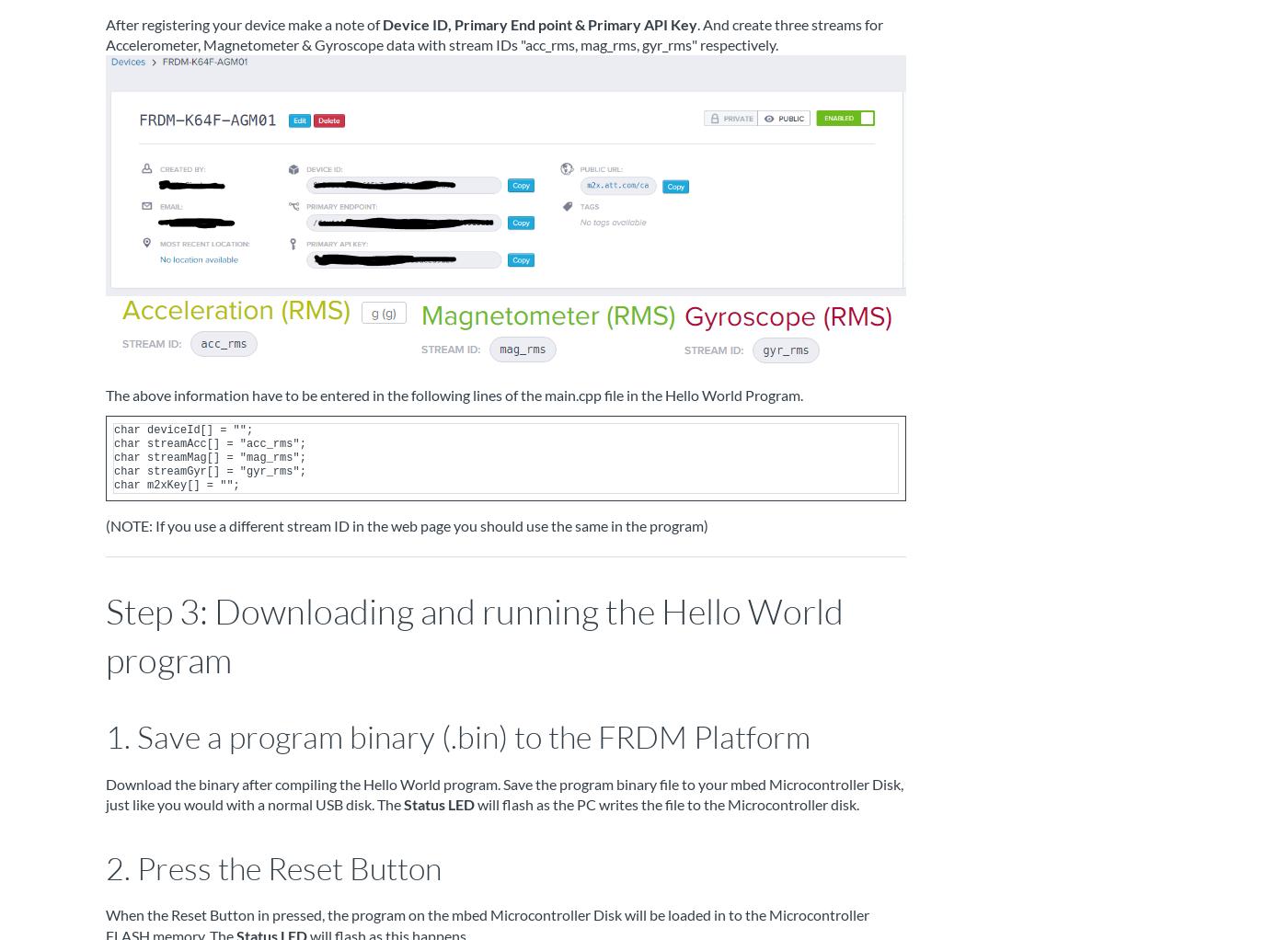 This screenshot has width=1288, height=940. What do you see at coordinates (454, 395) in the screenshot?
I see `'The above information have to be entered in the following lines of the main.cpp file in the Hello World Program.'` at bounding box center [454, 395].